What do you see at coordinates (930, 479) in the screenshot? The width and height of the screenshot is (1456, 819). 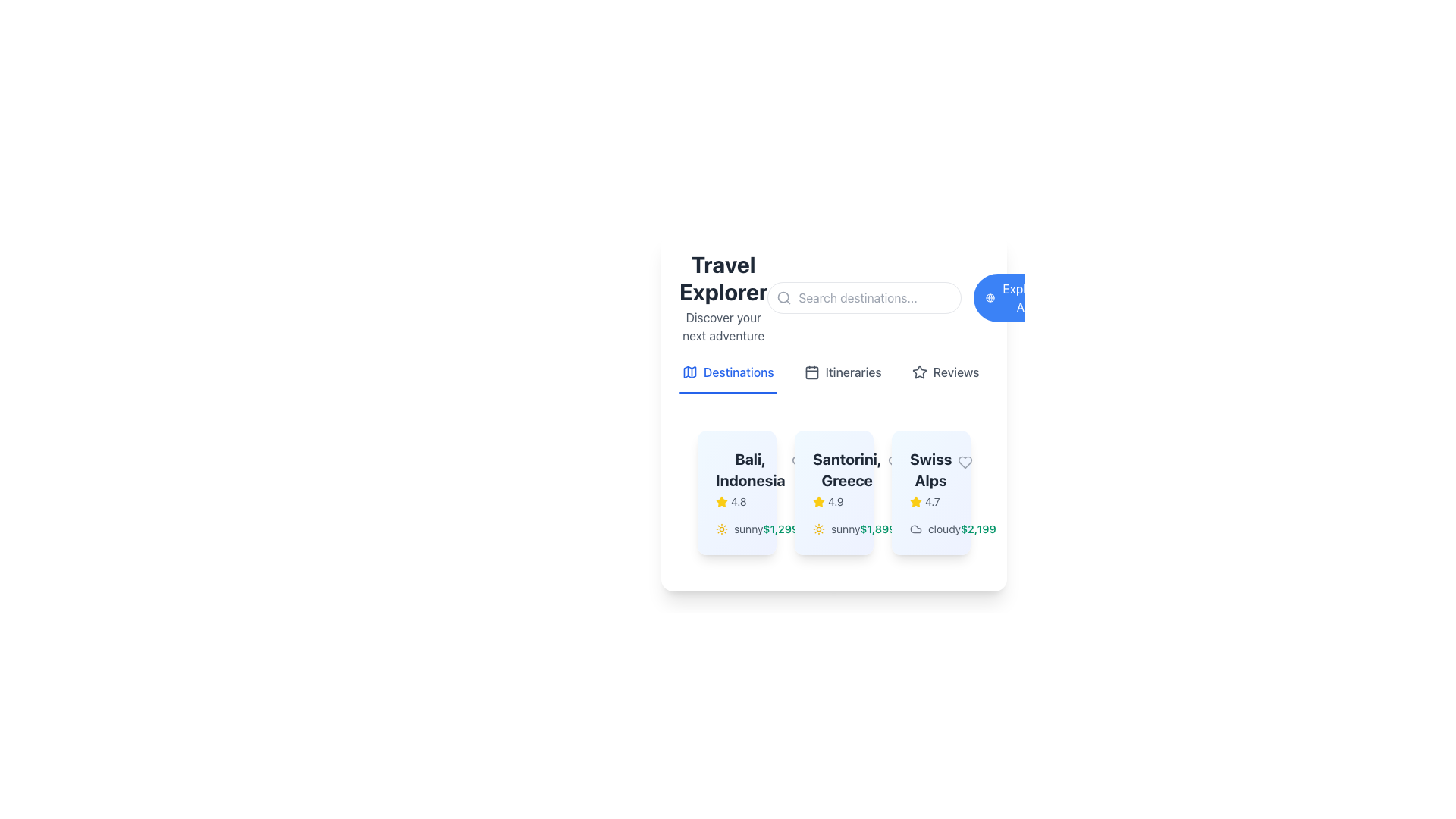 I see `the destination card titled 'Swiss Alps' with a rating of 4.7, located in the third position of the horizontally arranged list of cards under the 'Destinations' section` at bounding box center [930, 479].